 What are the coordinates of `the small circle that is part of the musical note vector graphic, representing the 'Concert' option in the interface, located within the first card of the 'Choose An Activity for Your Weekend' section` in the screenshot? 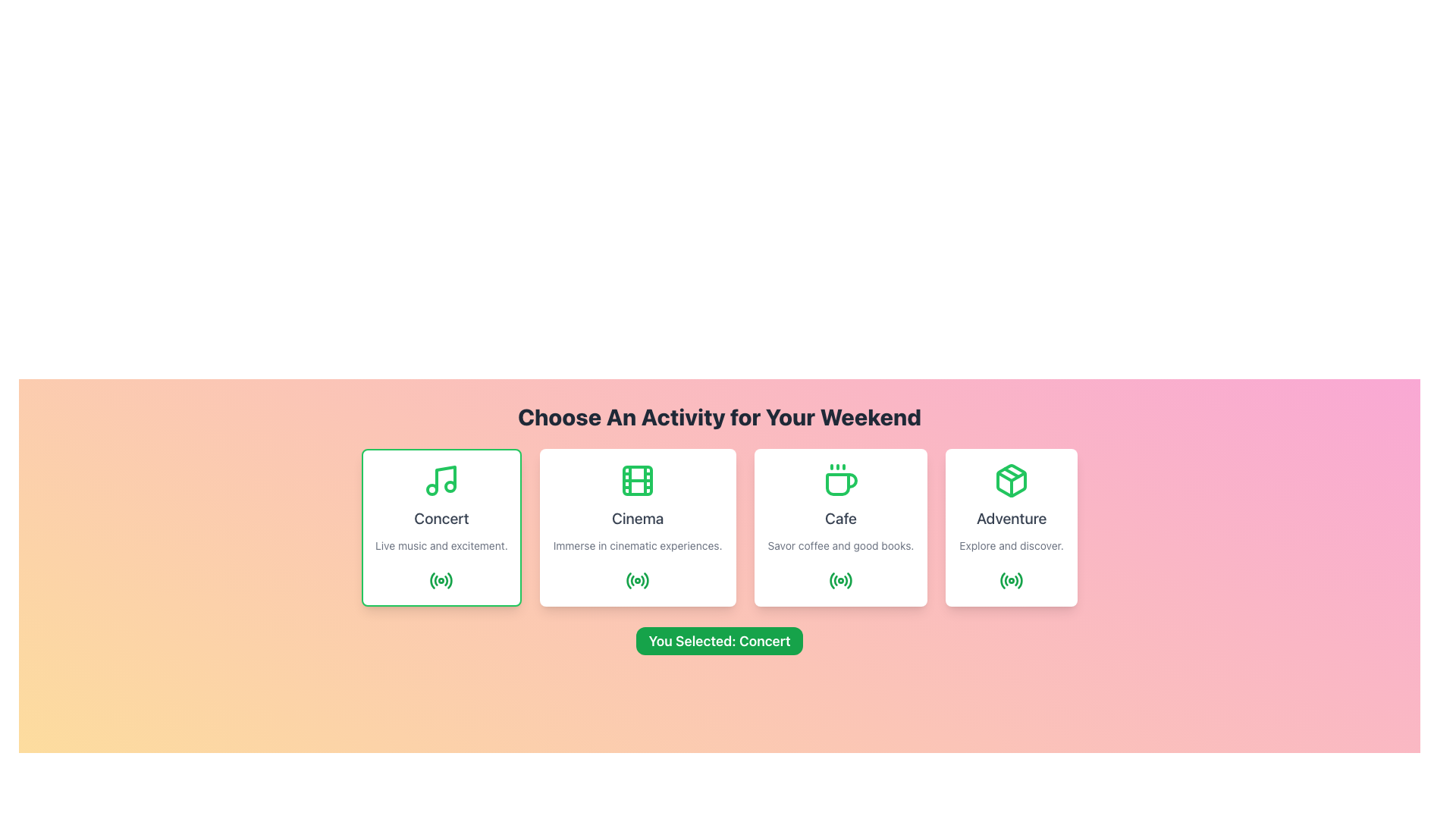 It's located at (431, 489).